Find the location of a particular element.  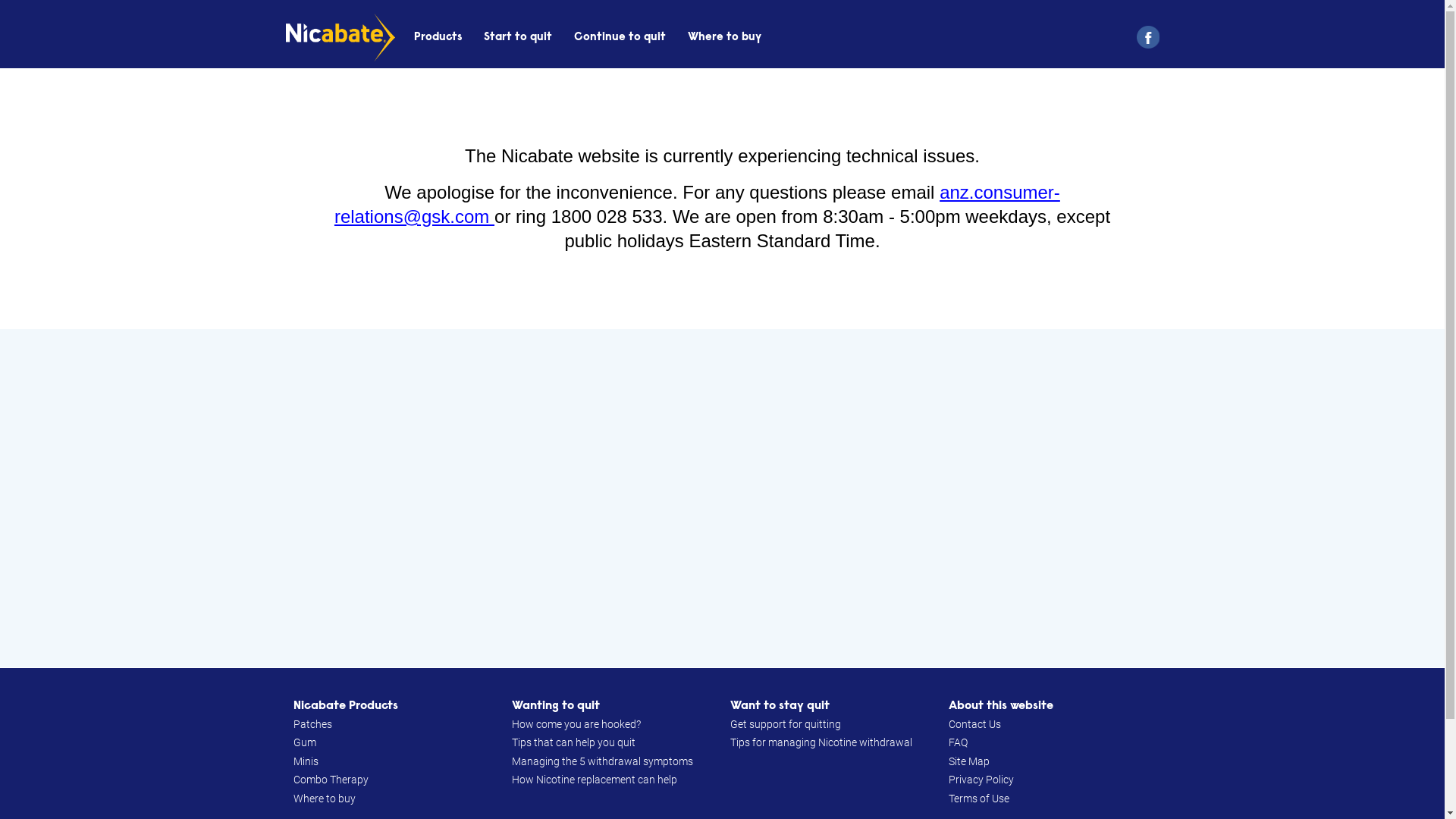

'Terms of Use' is located at coordinates (978, 798).